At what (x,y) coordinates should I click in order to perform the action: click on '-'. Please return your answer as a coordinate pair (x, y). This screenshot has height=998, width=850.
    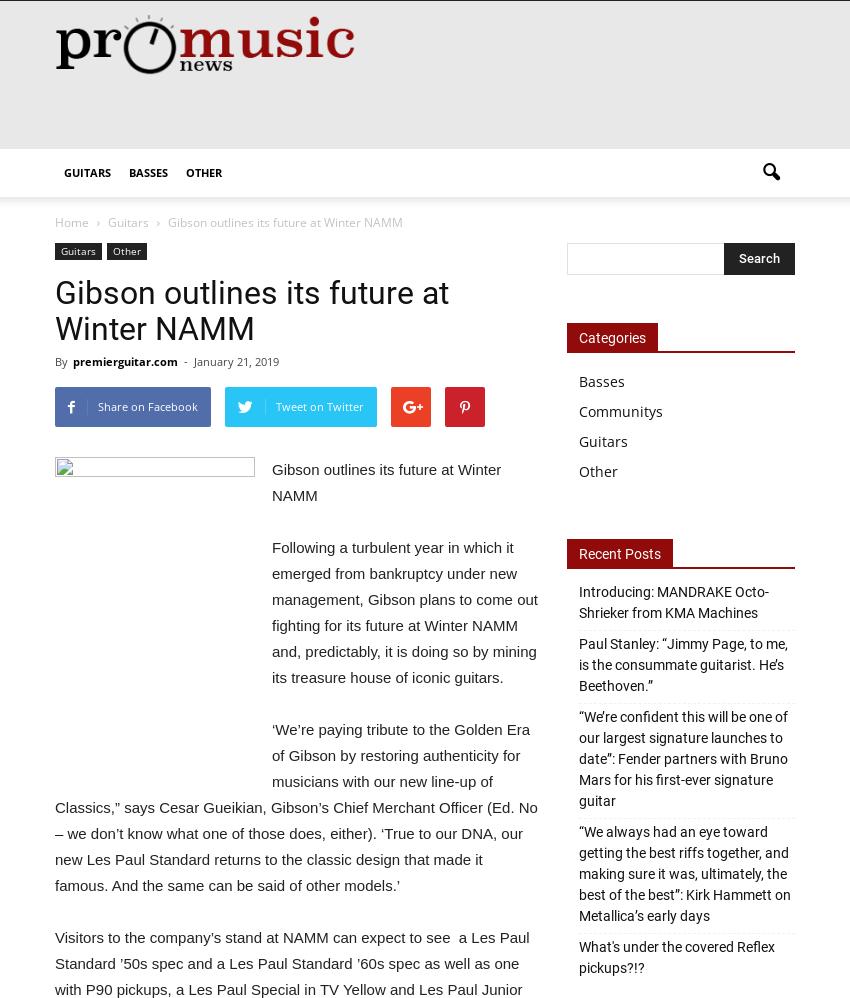
    Looking at the image, I should click on (183, 360).